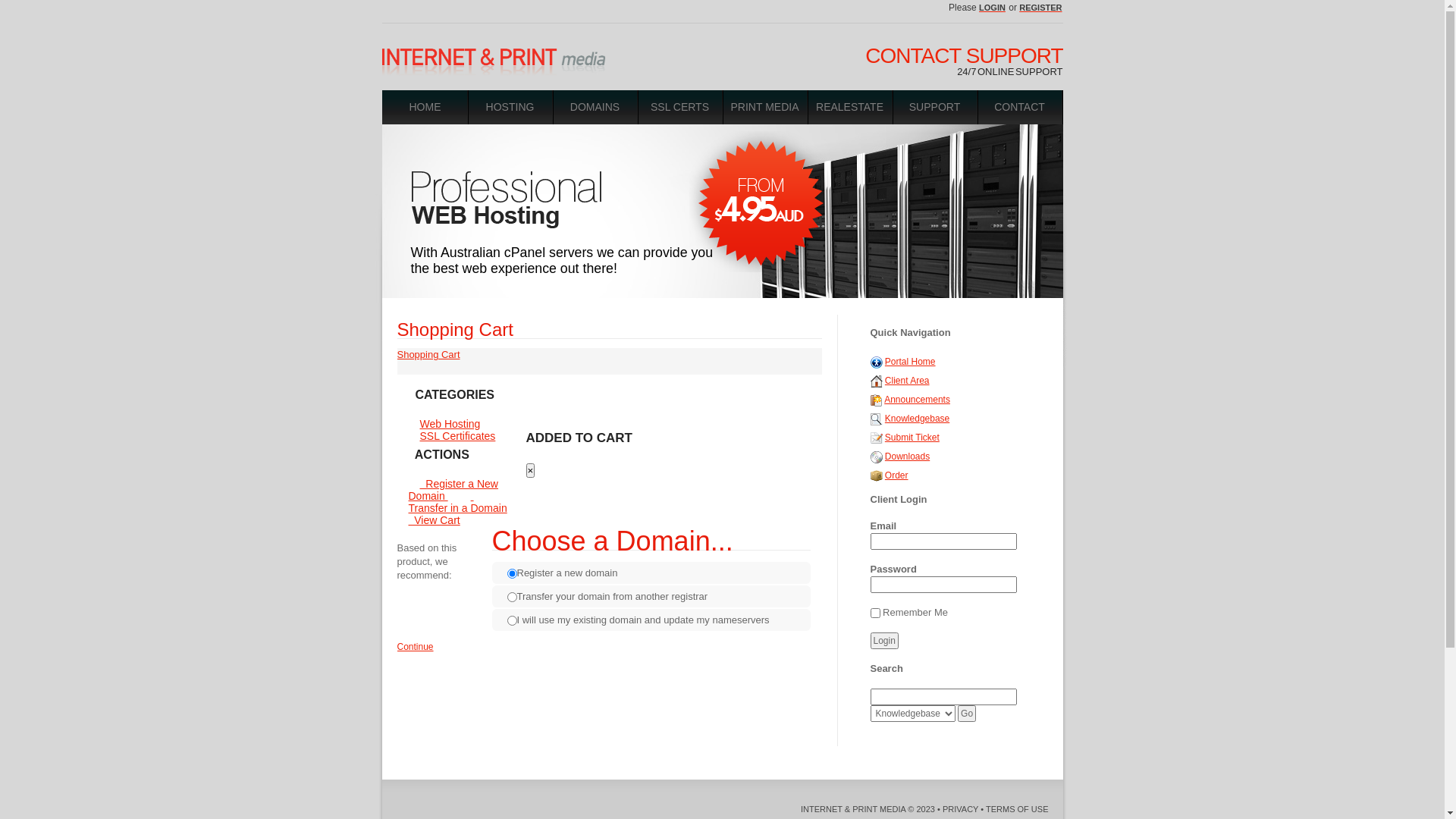 The height and width of the screenshot is (819, 1456). I want to click on 'PRIVACY', so click(959, 808).